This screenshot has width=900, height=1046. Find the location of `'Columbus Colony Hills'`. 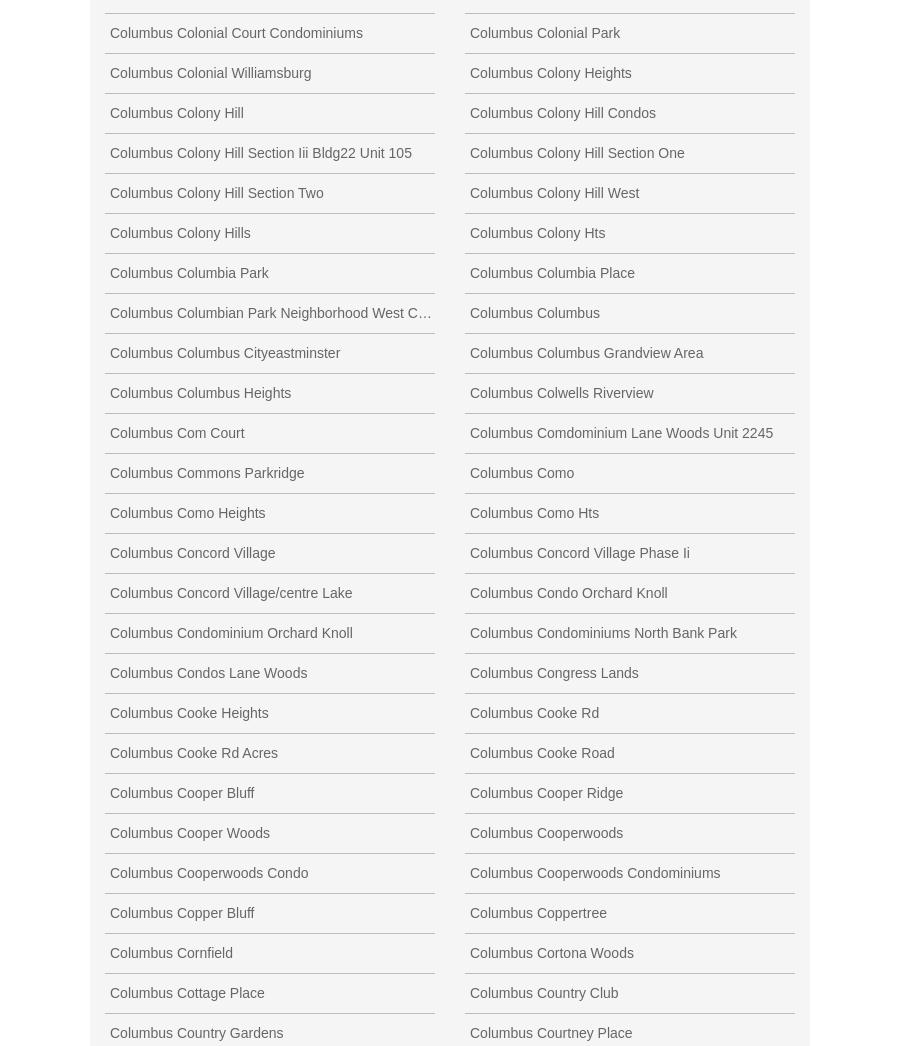

'Columbus Colony Hills' is located at coordinates (180, 231).